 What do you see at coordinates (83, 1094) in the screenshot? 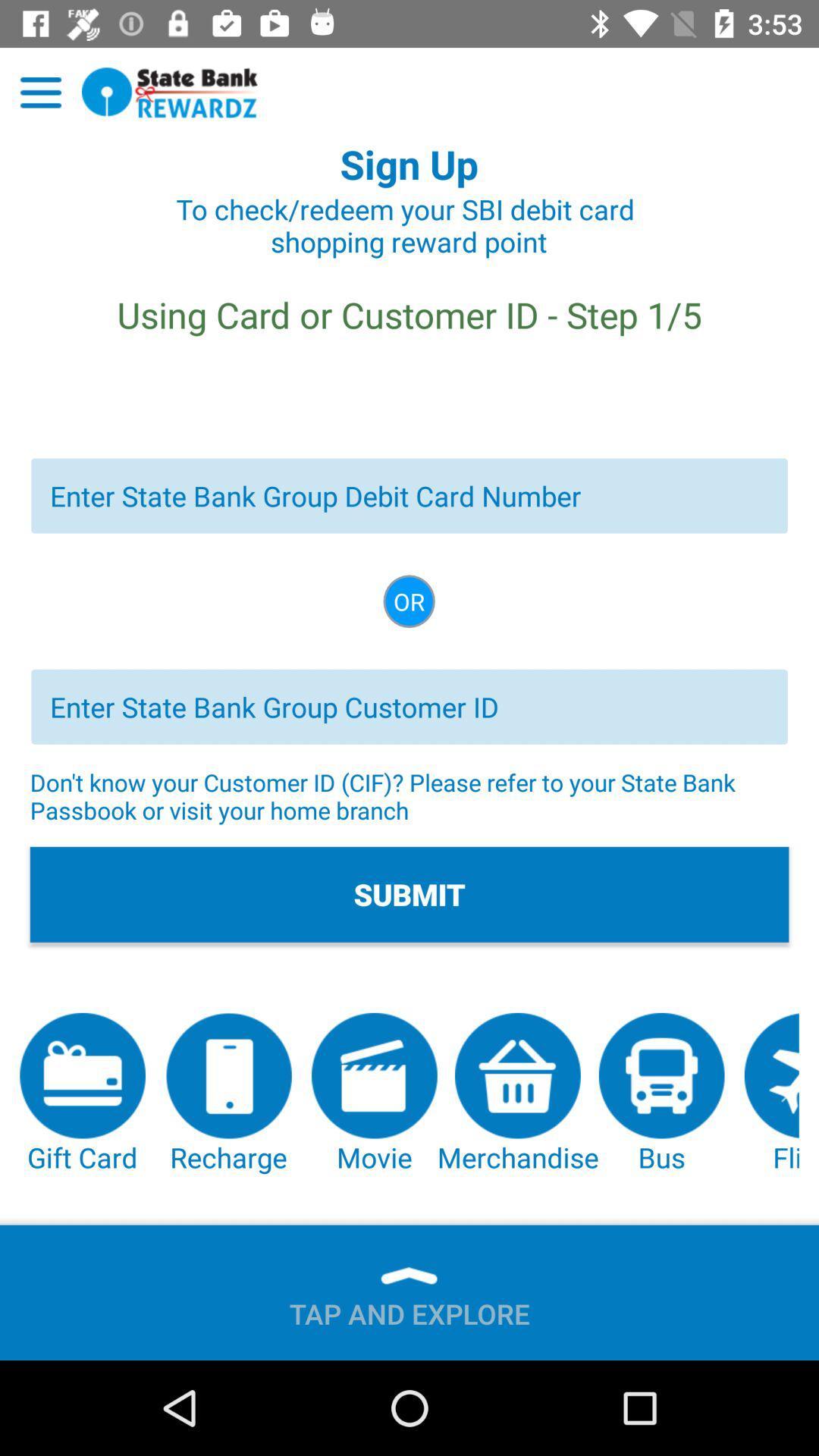
I see `the icon below submit item` at bounding box center [83, 1094].